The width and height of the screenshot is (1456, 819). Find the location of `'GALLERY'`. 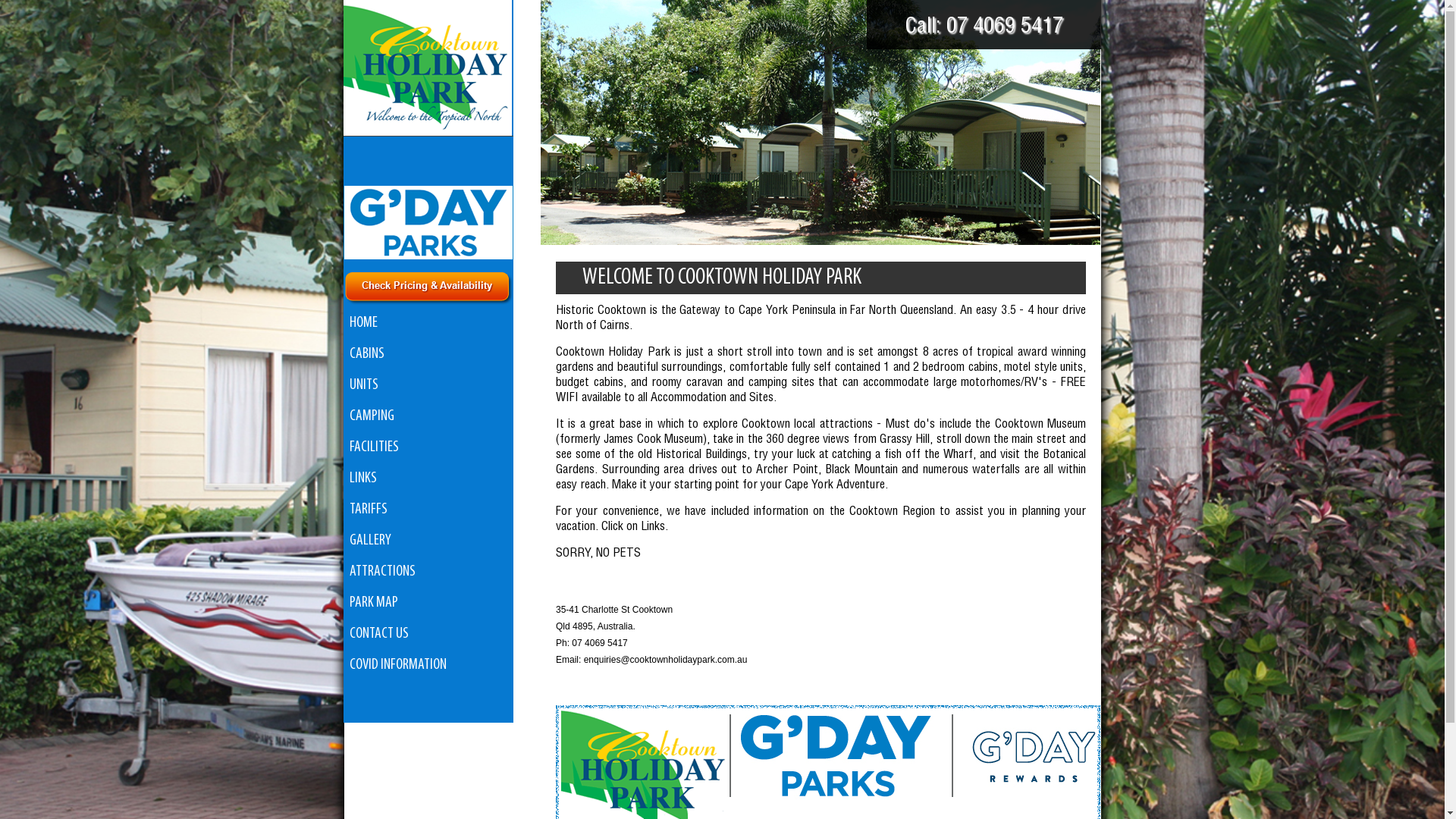

'GALLERY' is located at coordinates (342, 540).